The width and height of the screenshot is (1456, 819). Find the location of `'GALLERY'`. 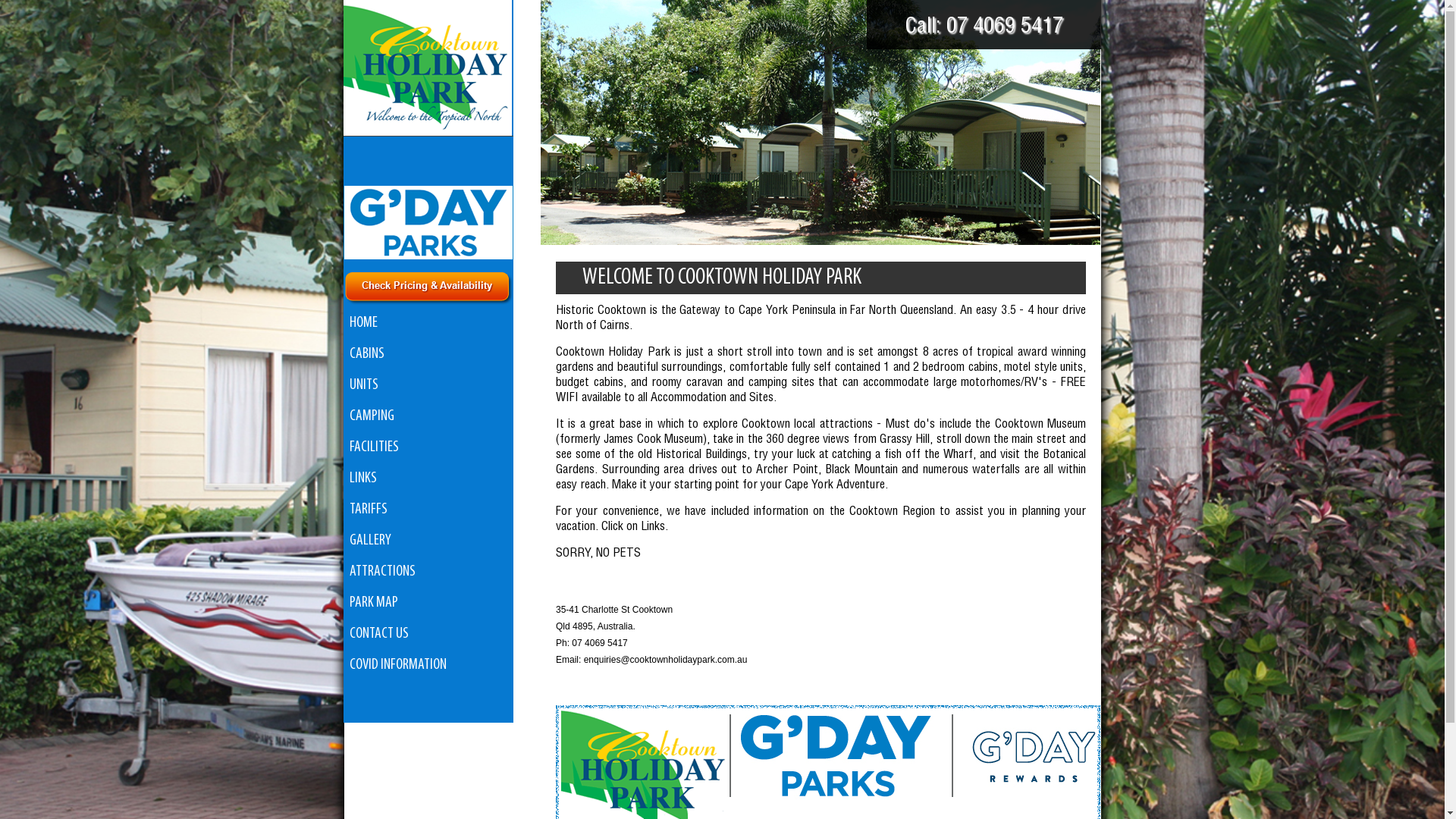

'GALLERY' is located at coordinates (342, 540).